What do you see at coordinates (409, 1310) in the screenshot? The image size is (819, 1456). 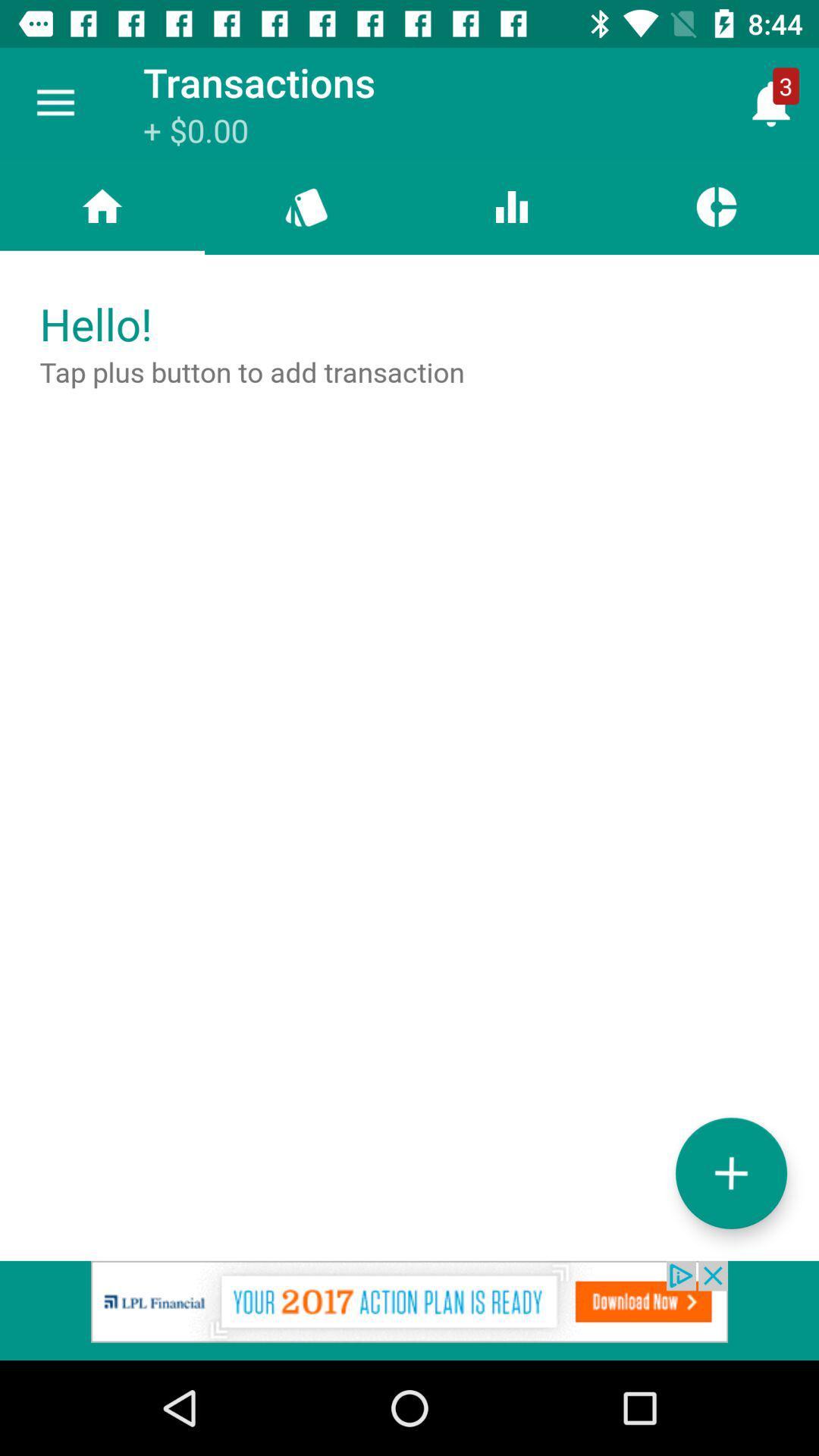 I see `remove add` at bounding box center [409, 1310].